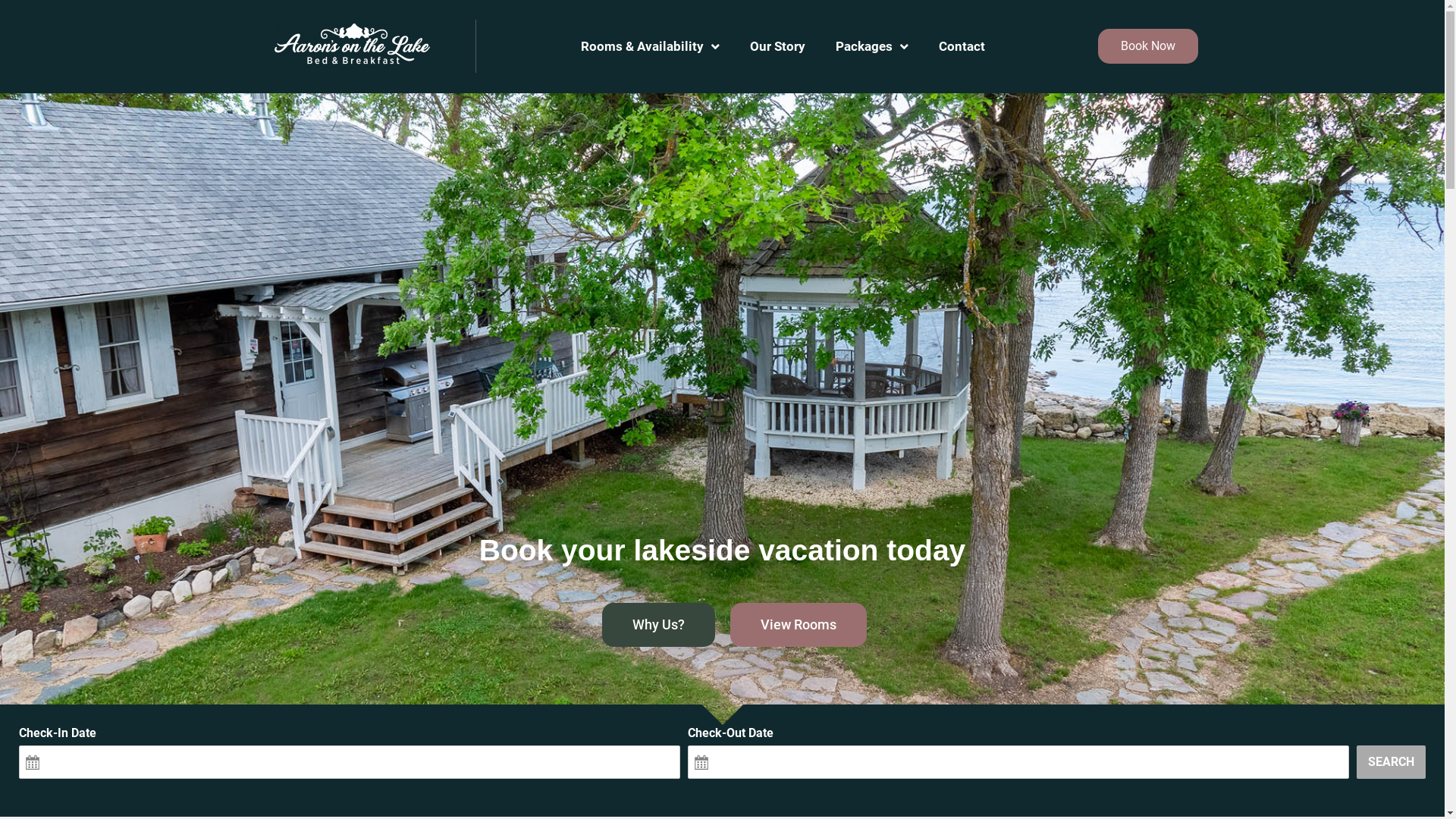 The height and width of the screenshot is (819, 1456). I want to click on 'Aarons-on-the-Lake-white', so click(351, 45).